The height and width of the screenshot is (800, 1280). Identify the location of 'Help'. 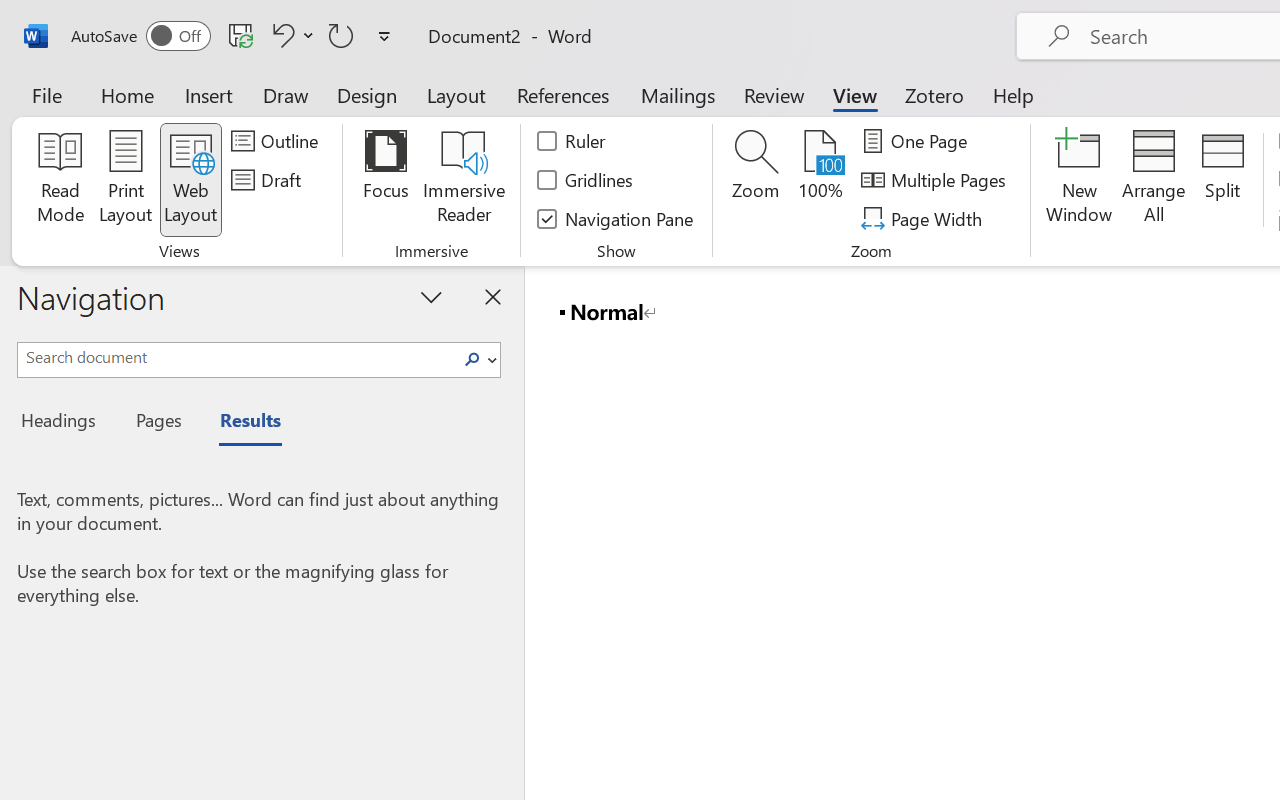
(1013, 94).